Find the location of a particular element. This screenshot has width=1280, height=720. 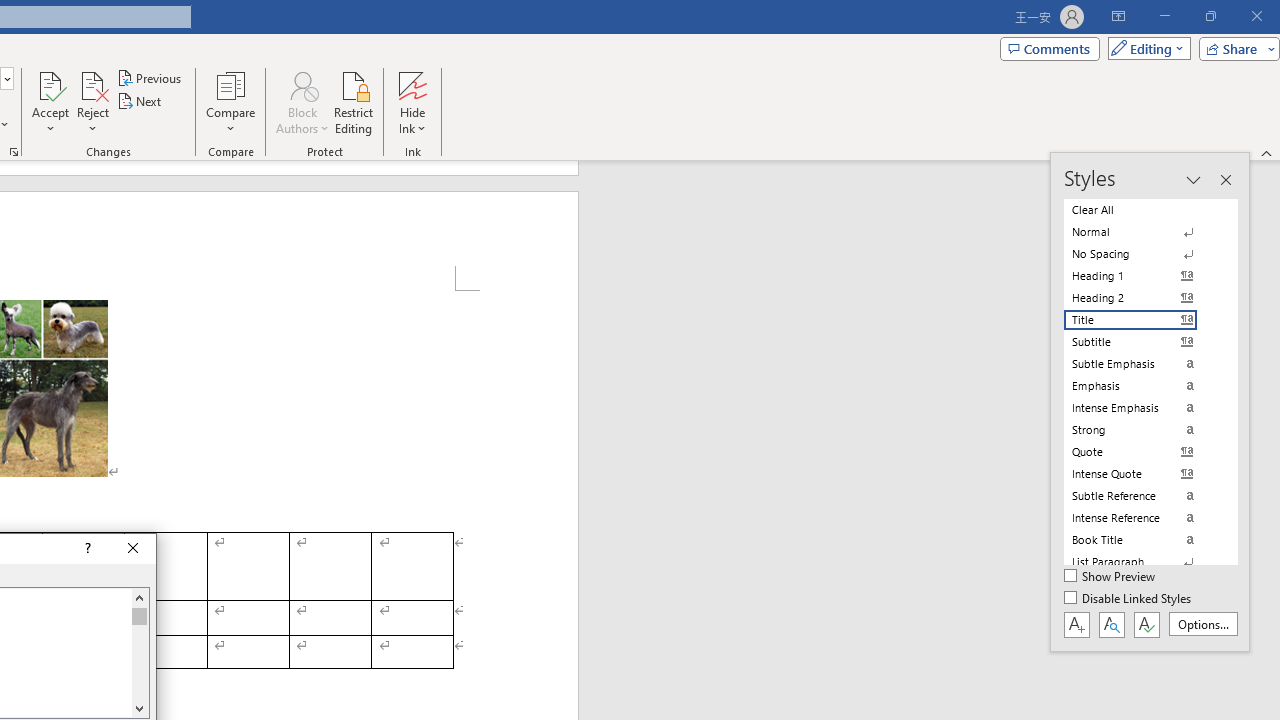

'Accept and Move to Next' is located at coordinates (50, 84).